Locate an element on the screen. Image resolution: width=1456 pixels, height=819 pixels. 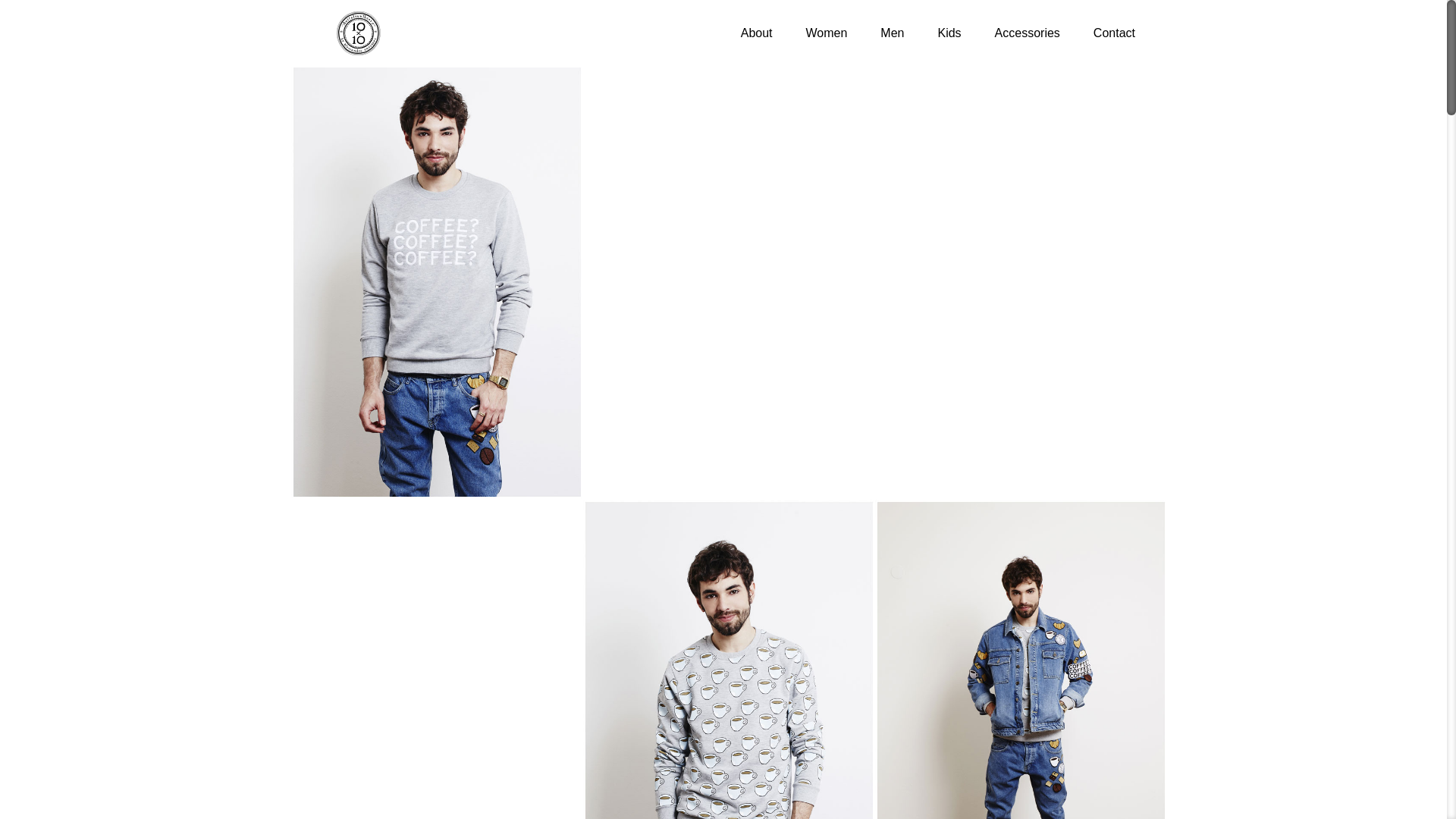
'Accessories' is located at coordinates (1027, 33).